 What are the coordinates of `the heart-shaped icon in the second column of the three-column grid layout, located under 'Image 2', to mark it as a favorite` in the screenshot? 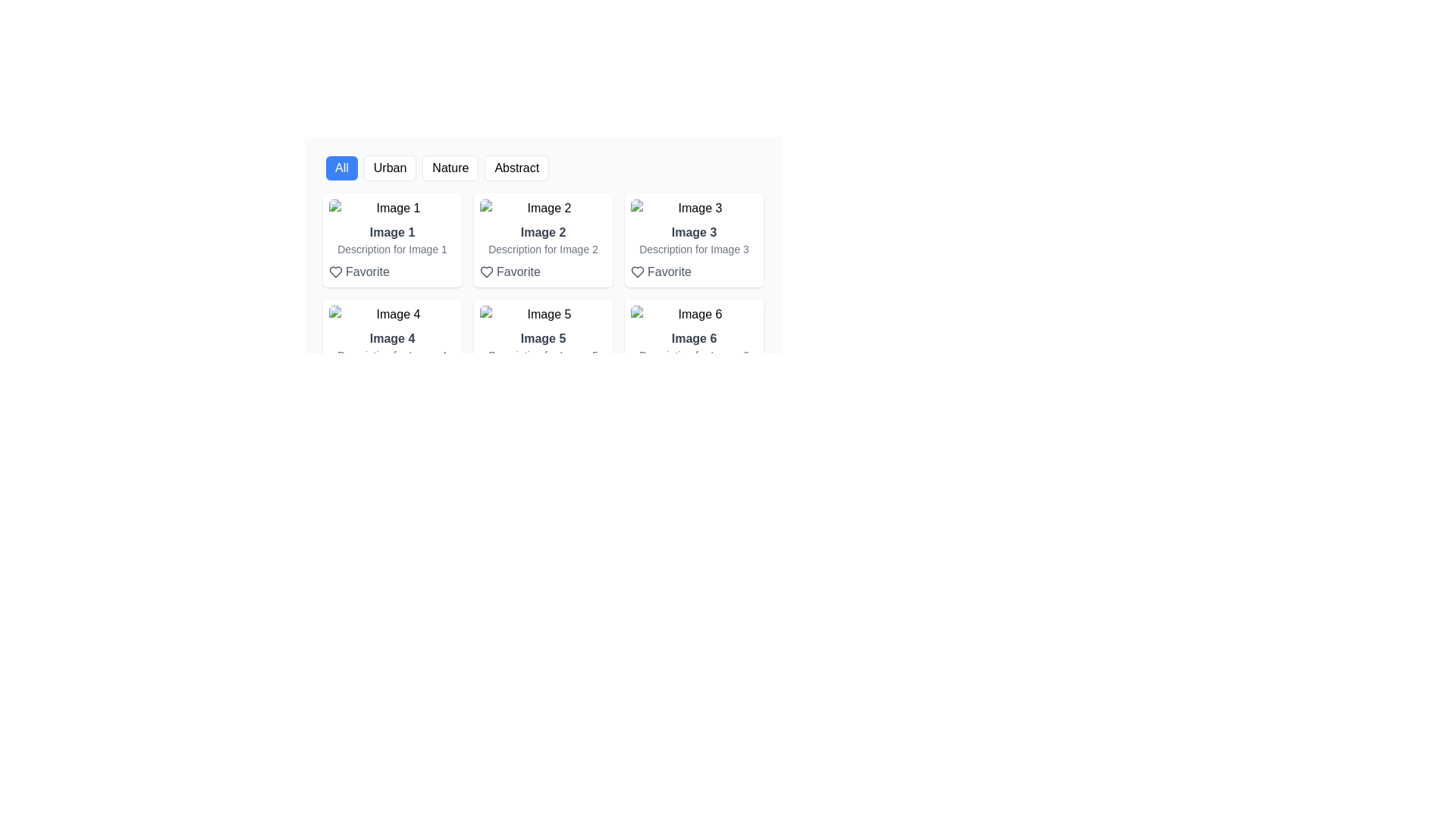 It's located at (487, 271).